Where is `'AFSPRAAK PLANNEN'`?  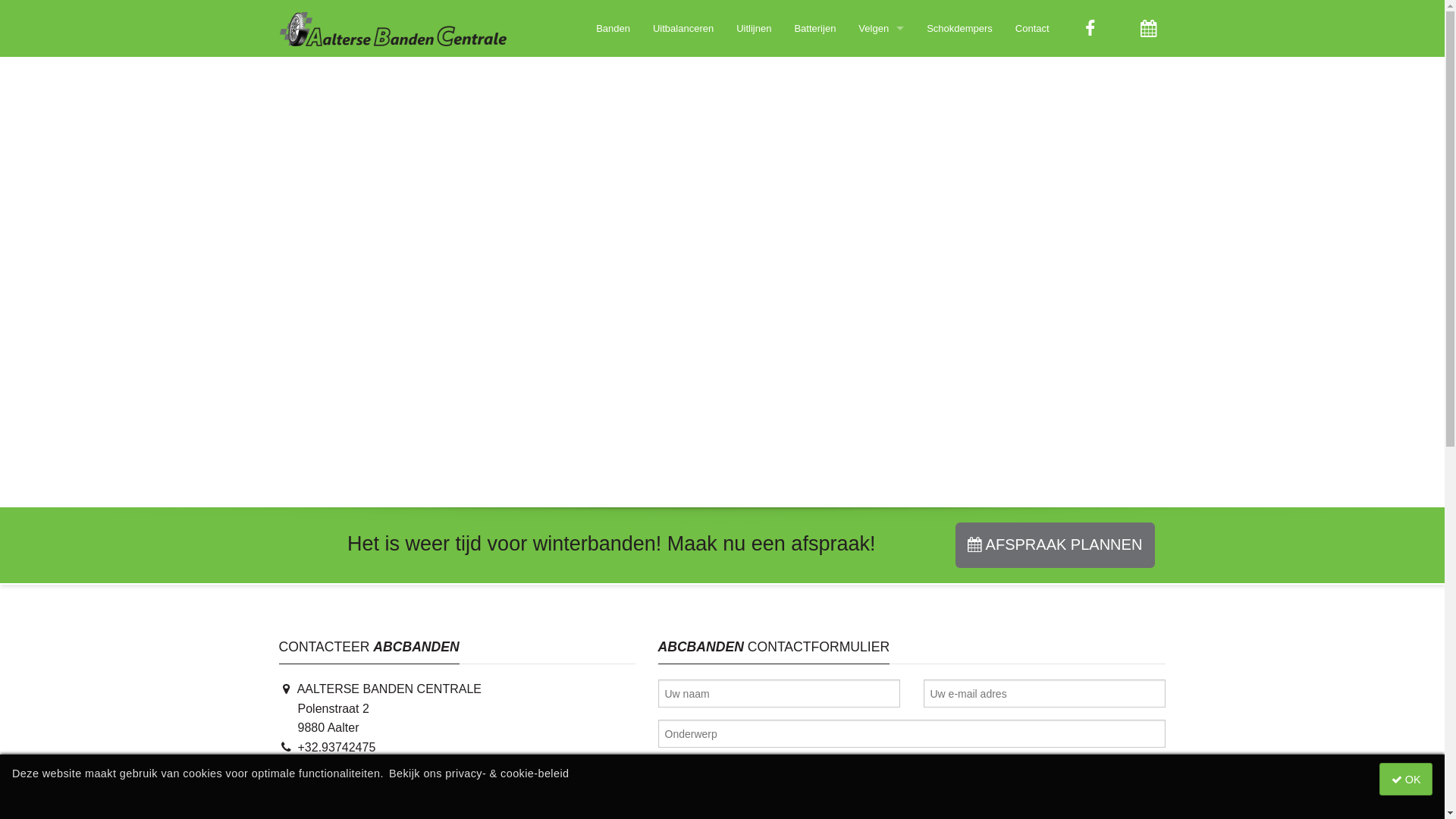 'AFSPRAAK PLANNEN' is located at coordinates (1054, 544).